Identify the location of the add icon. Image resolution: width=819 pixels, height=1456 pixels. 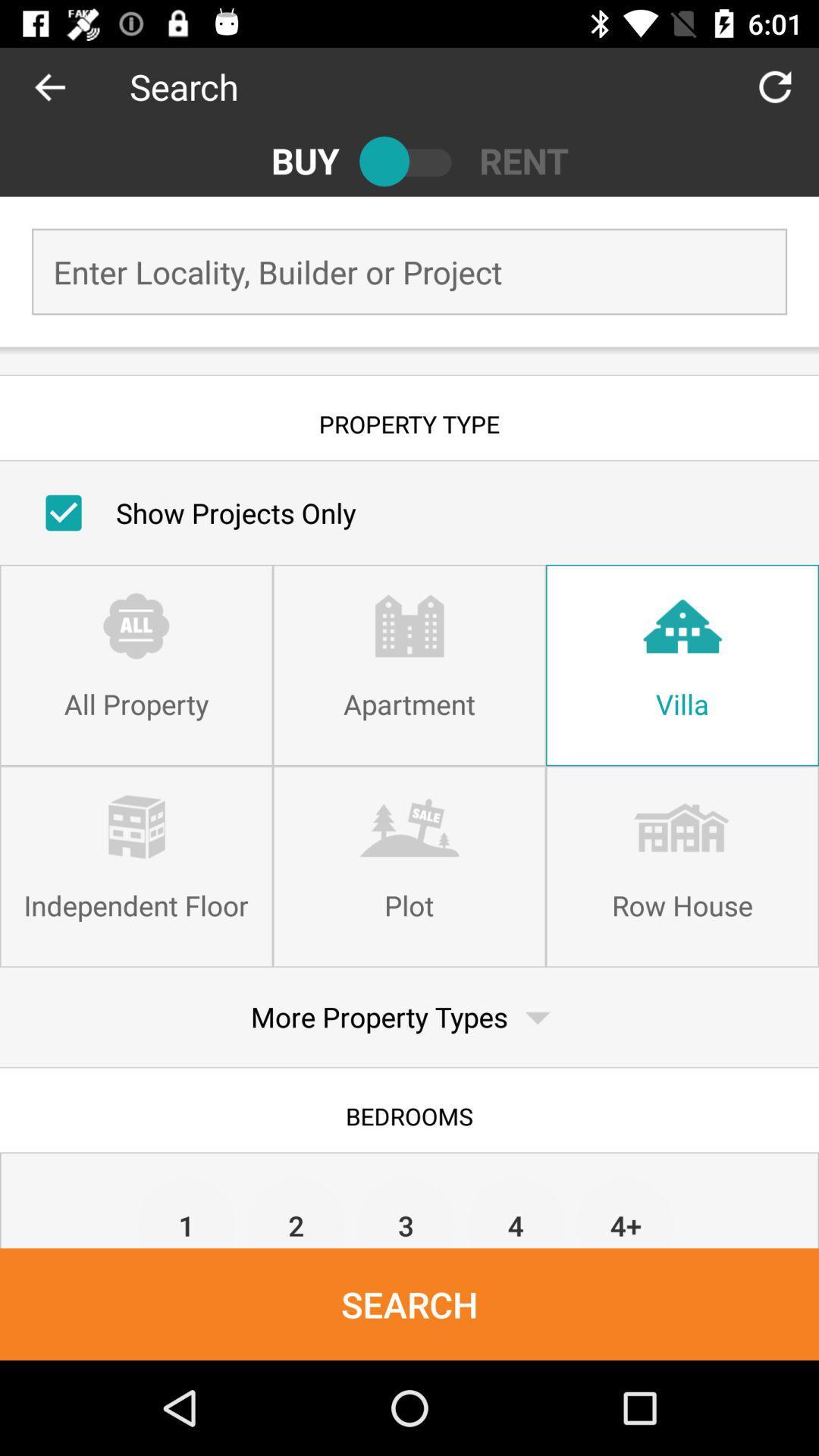
(64, 86).